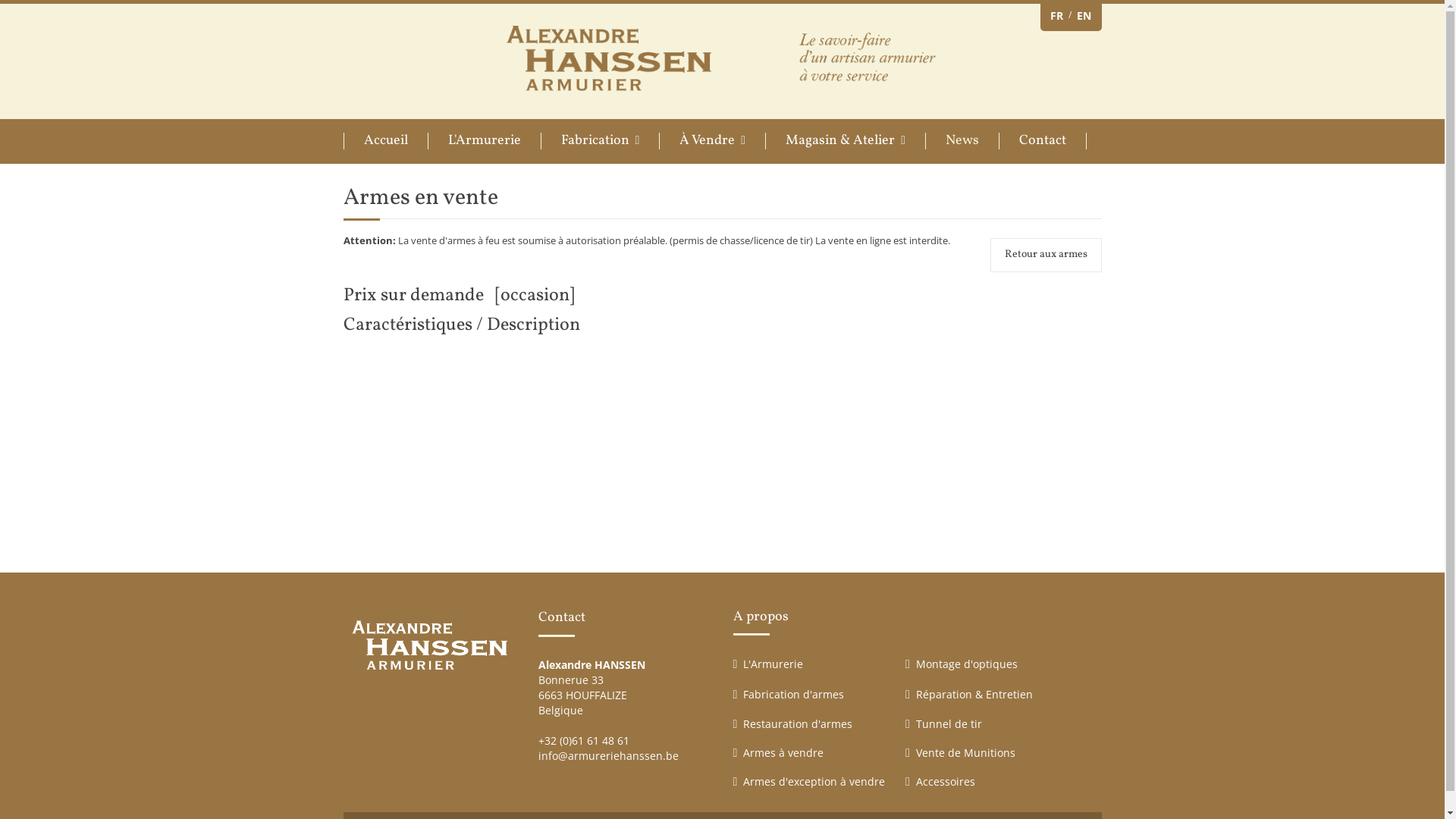 This screenshot has width=1456, height=819. I want to click on 'Accueil', so click(384, 140).